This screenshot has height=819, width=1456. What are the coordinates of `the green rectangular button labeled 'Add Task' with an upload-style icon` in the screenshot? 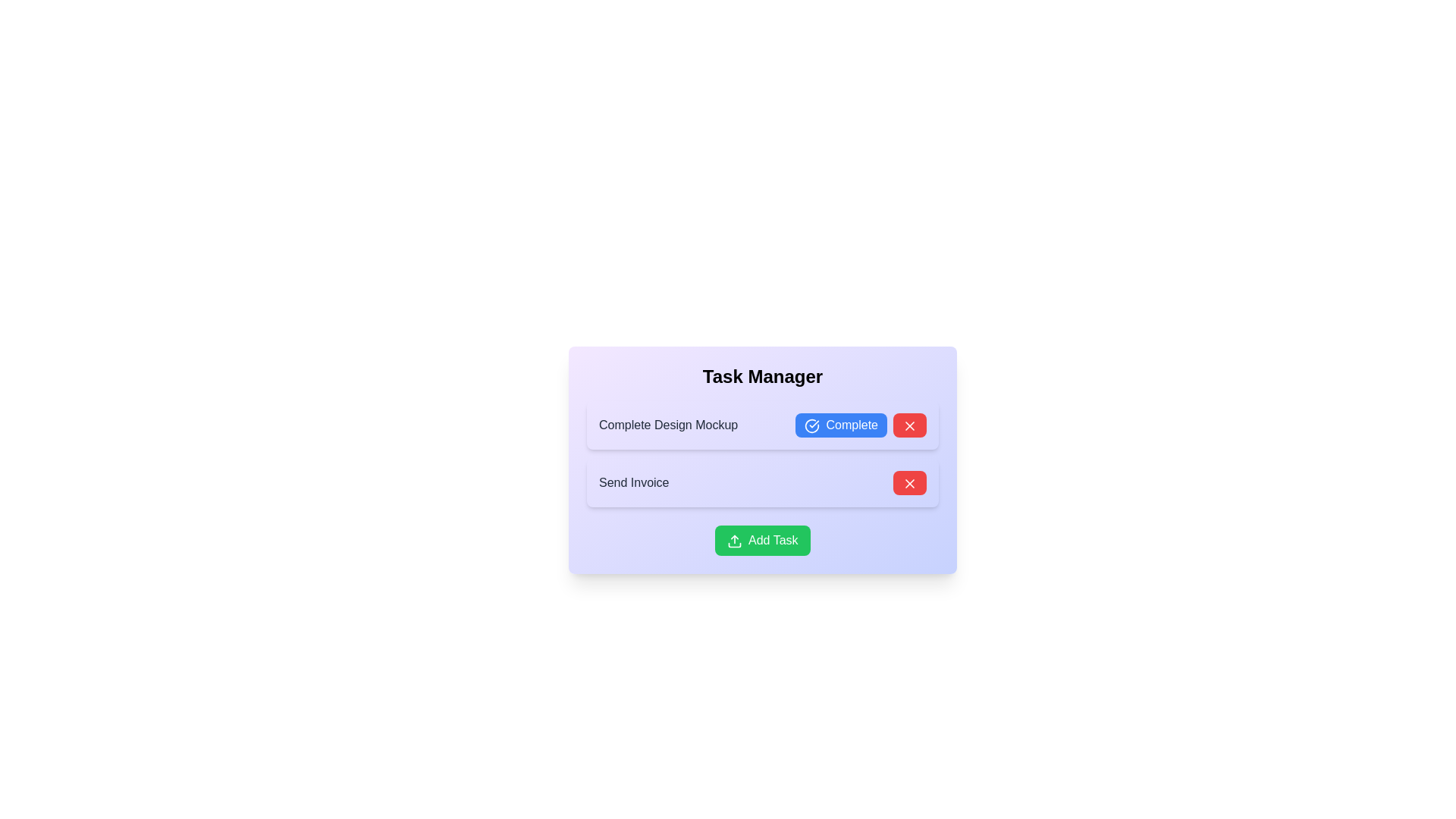 It's located at (763, 540).